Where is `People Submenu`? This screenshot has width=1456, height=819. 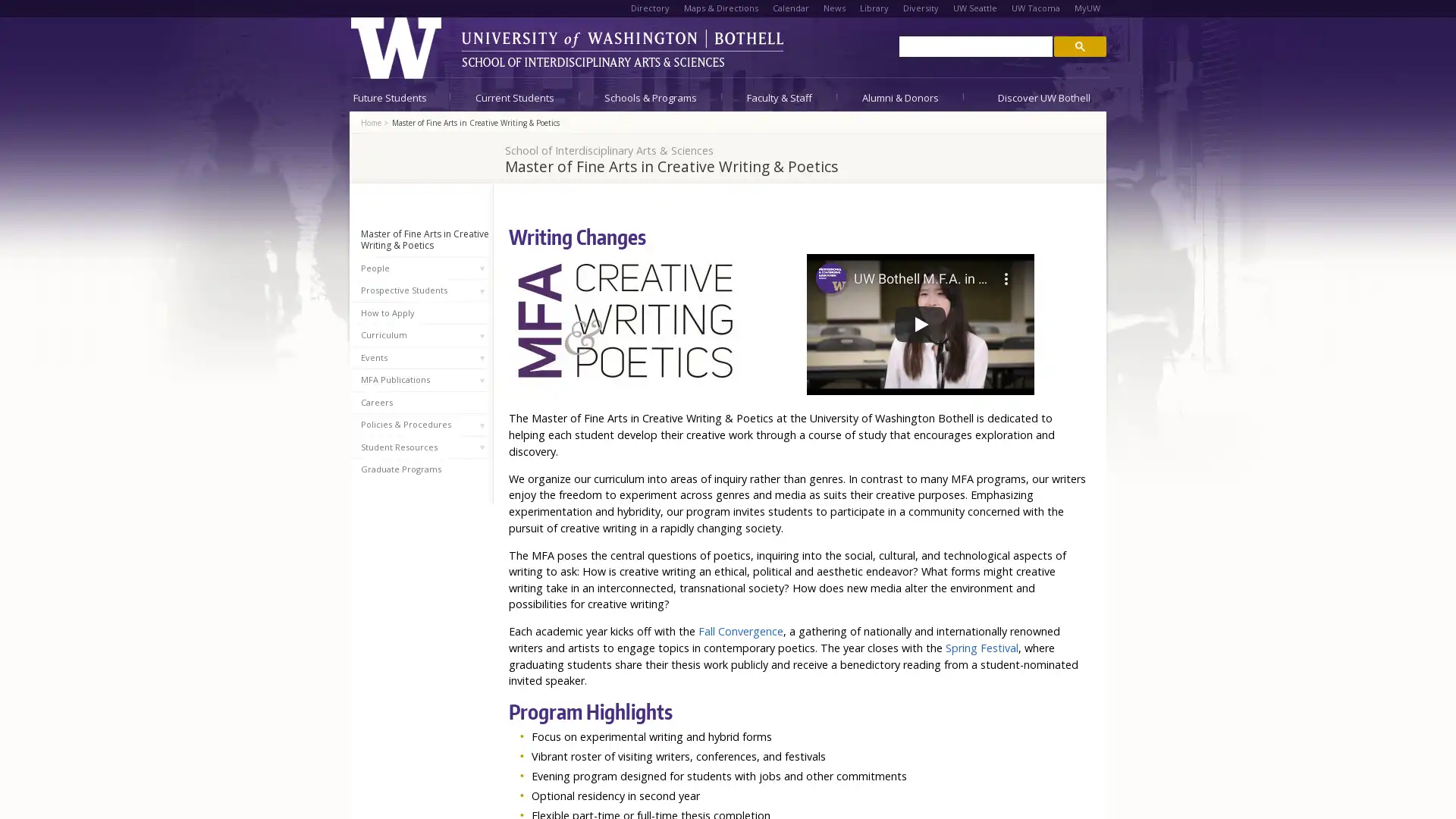
People Submenu is located at coordinates (482, 268).